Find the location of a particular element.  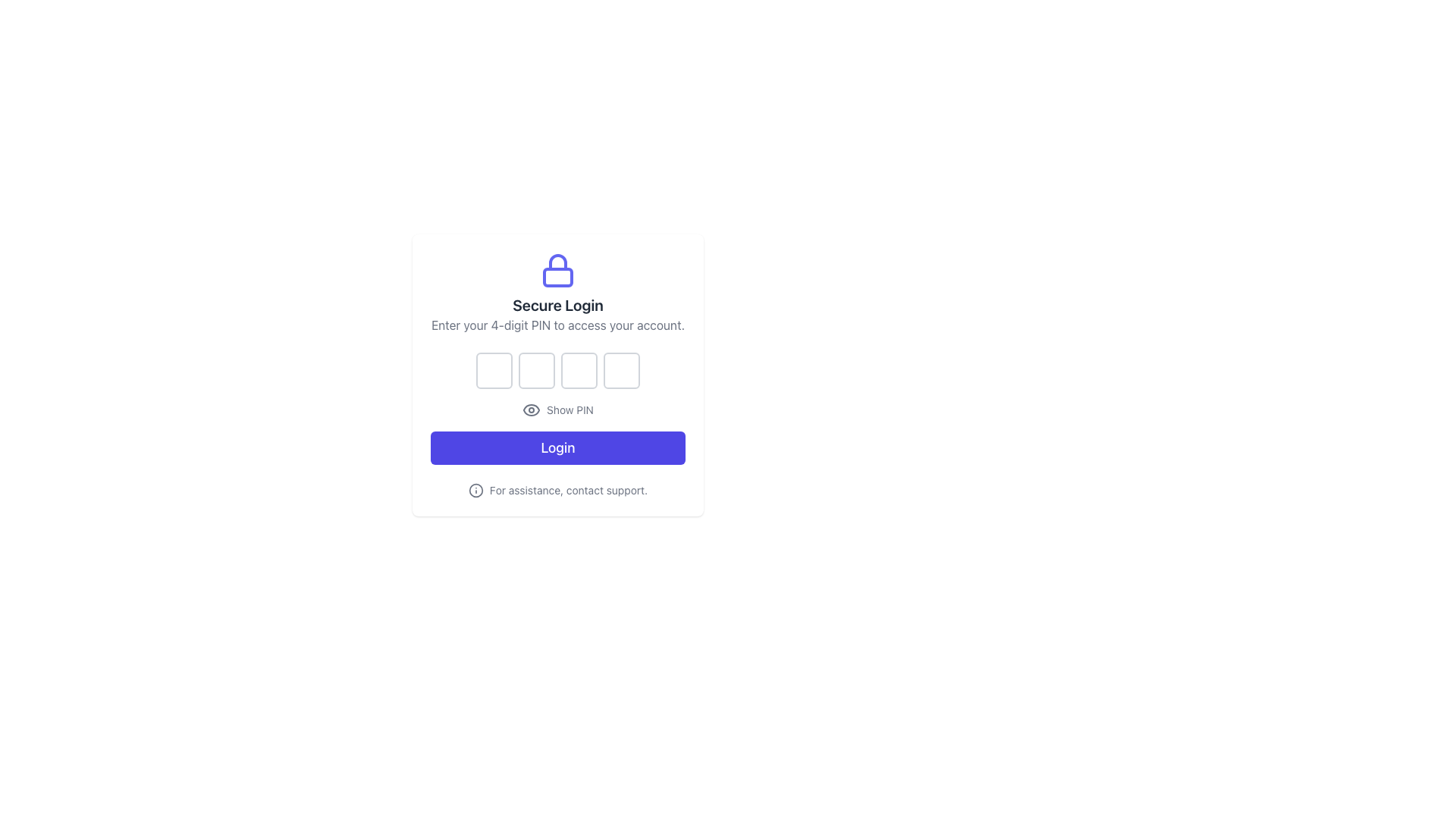

informational text with an icon that directs users to contact support for help, positioned below the 'Login' button in the card layout is located at coordinates (557, 491).